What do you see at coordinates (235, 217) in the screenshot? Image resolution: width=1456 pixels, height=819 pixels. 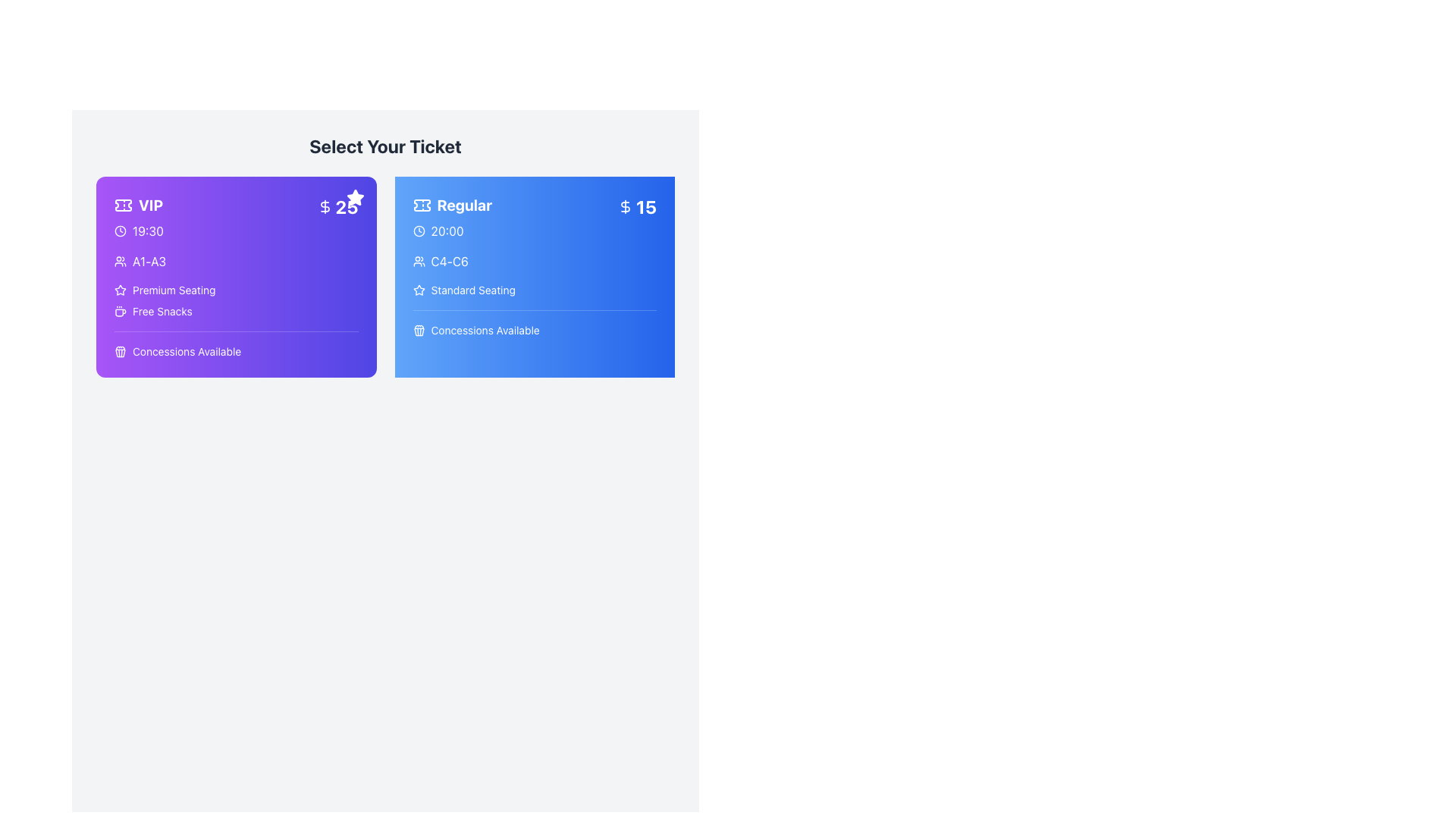 I see `the informational widget displaying 'VIP 19:30 $25' located in the top section of the left card labeled 'VIP', which may contain an interactive link` at bounding box center [235, 217].